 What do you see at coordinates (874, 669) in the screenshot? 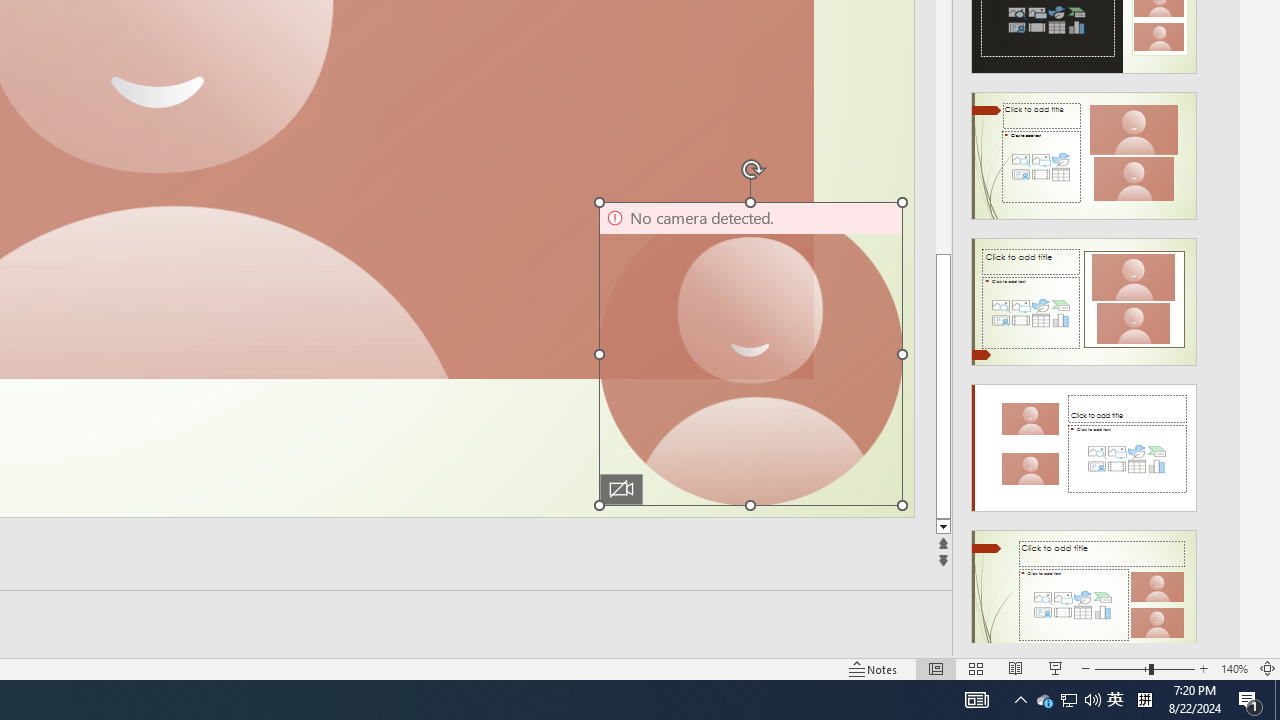
I see `'Notes '` at bounding box center [874, 669].